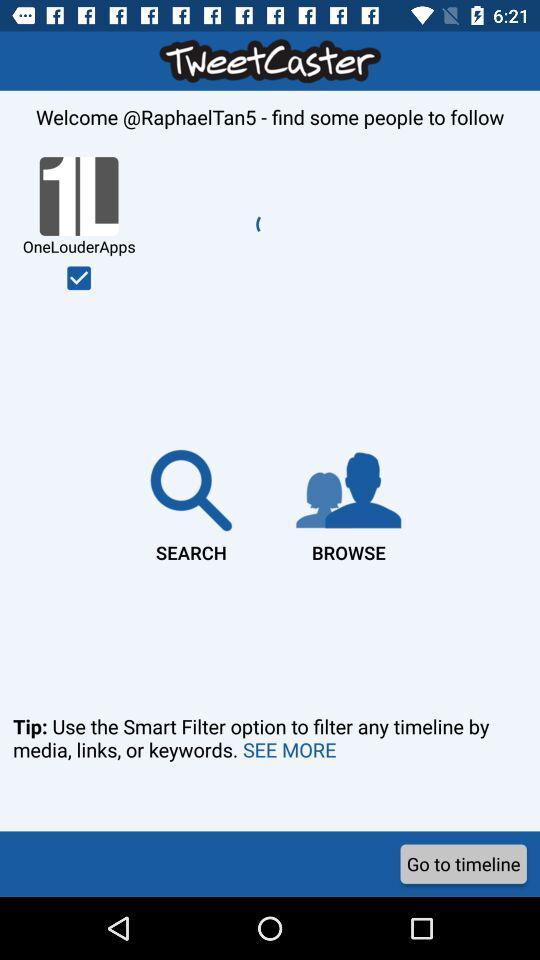 This screenshot has width=540, height=960. Describe the element at coordinates (78, 277) in the screenshot. I see `follow` at that location.